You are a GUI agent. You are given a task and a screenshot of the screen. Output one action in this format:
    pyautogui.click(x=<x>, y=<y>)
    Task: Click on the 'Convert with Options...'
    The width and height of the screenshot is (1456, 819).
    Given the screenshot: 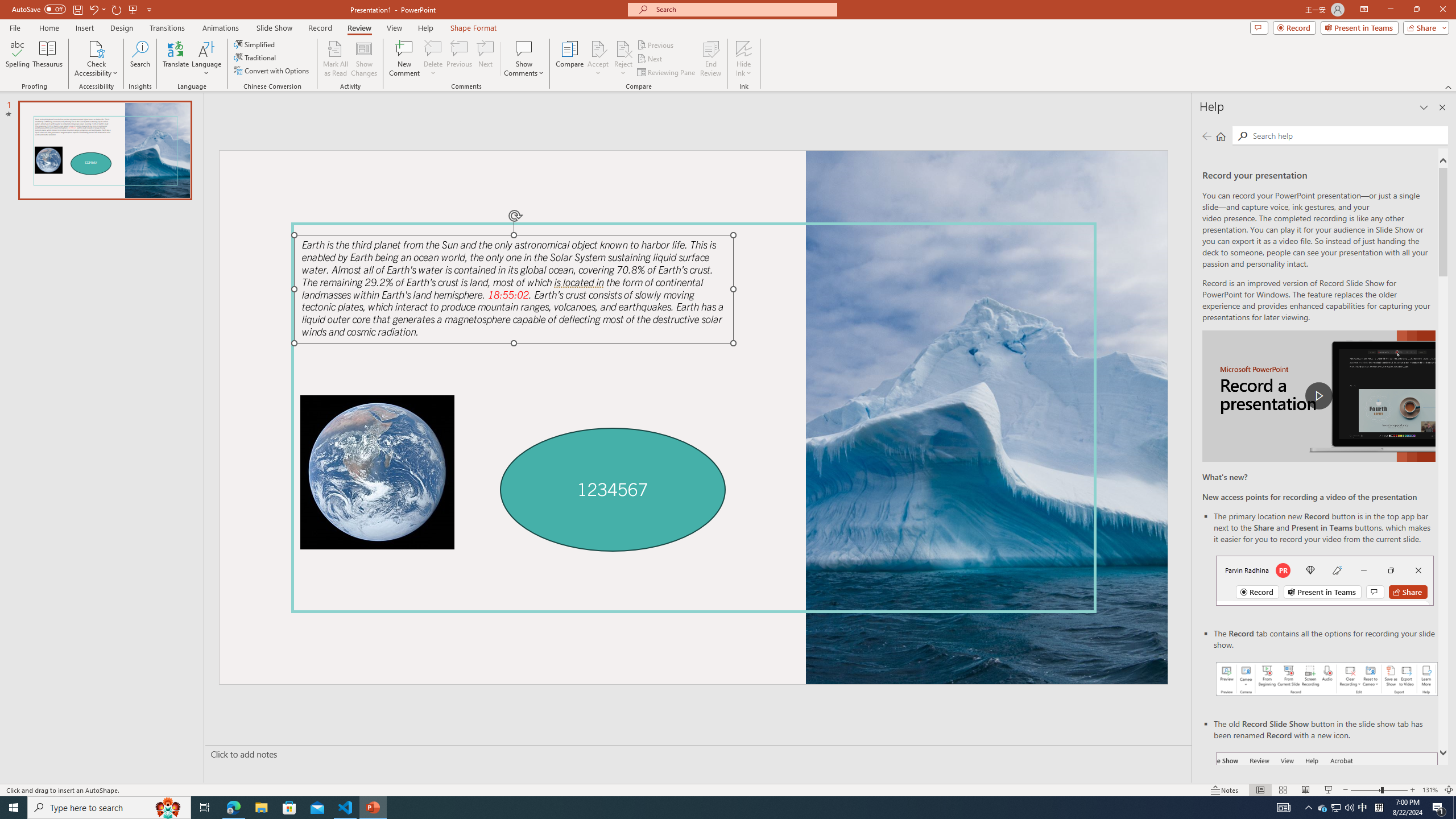 What is the action you would take?
    pyautogui.click(x=271, y=69)
    